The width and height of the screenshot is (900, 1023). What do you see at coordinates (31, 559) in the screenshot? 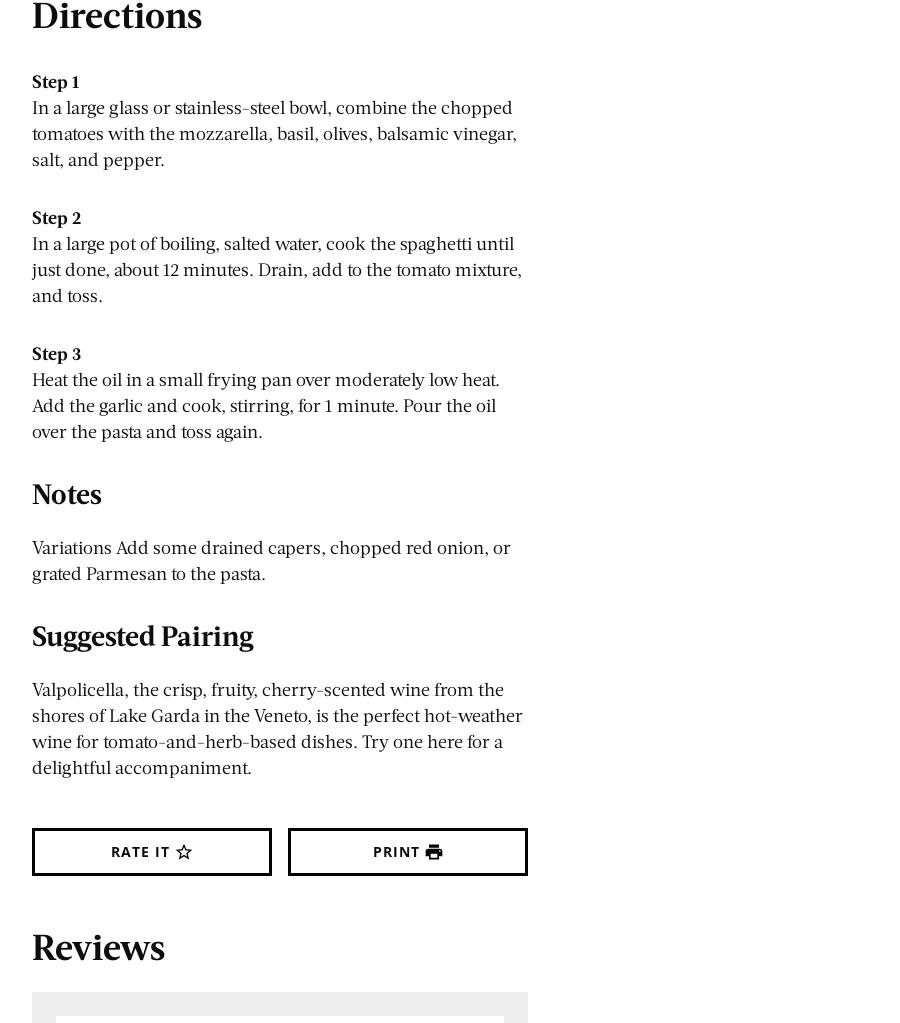
I see `'Variations Add some drained capers, chopped red onion, or grated Parmesan to the pasta.'` at bounding box center [31, 559].